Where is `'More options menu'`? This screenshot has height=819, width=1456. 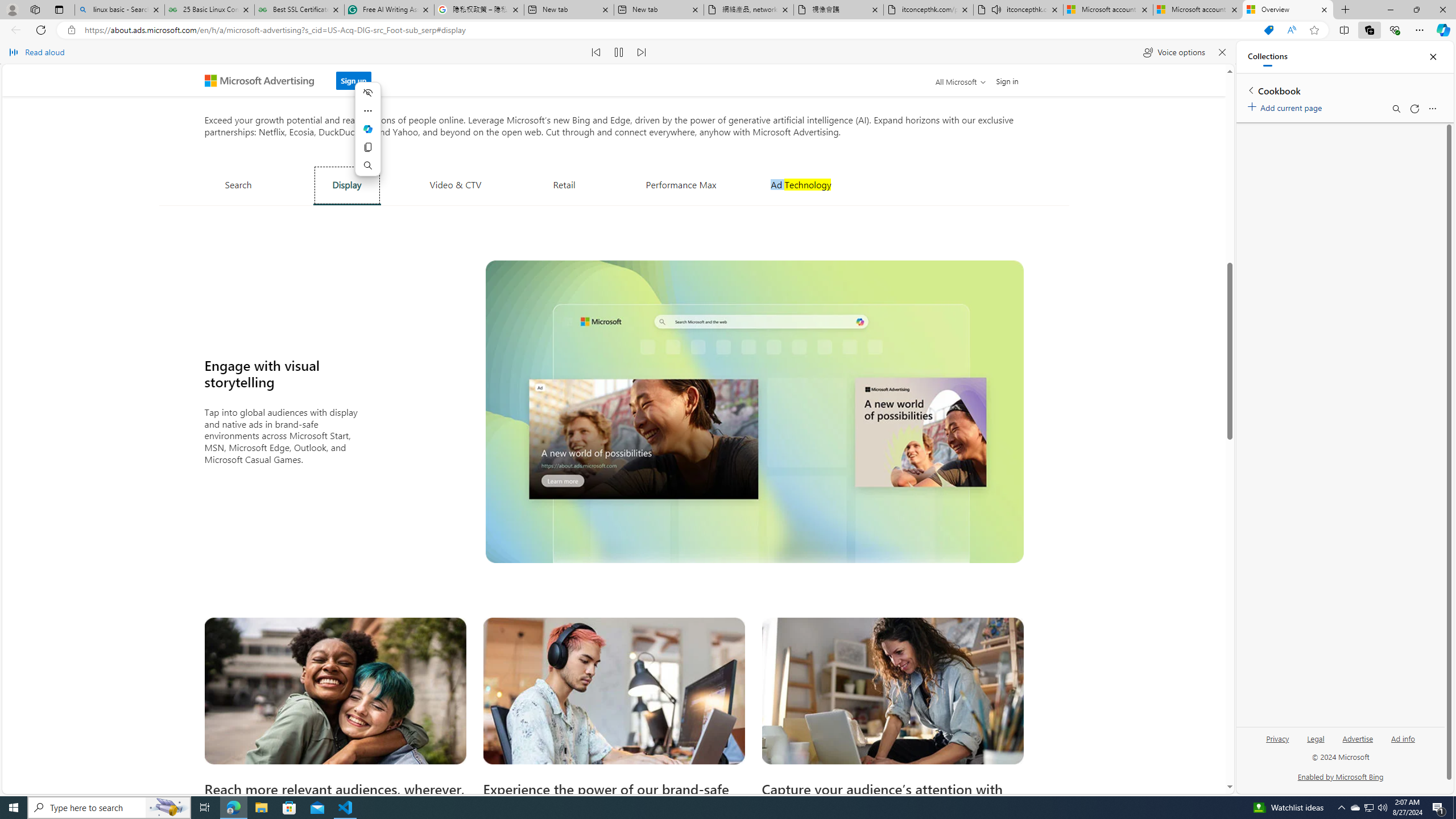 'More options menu' is located at coordinates (1433, 109).